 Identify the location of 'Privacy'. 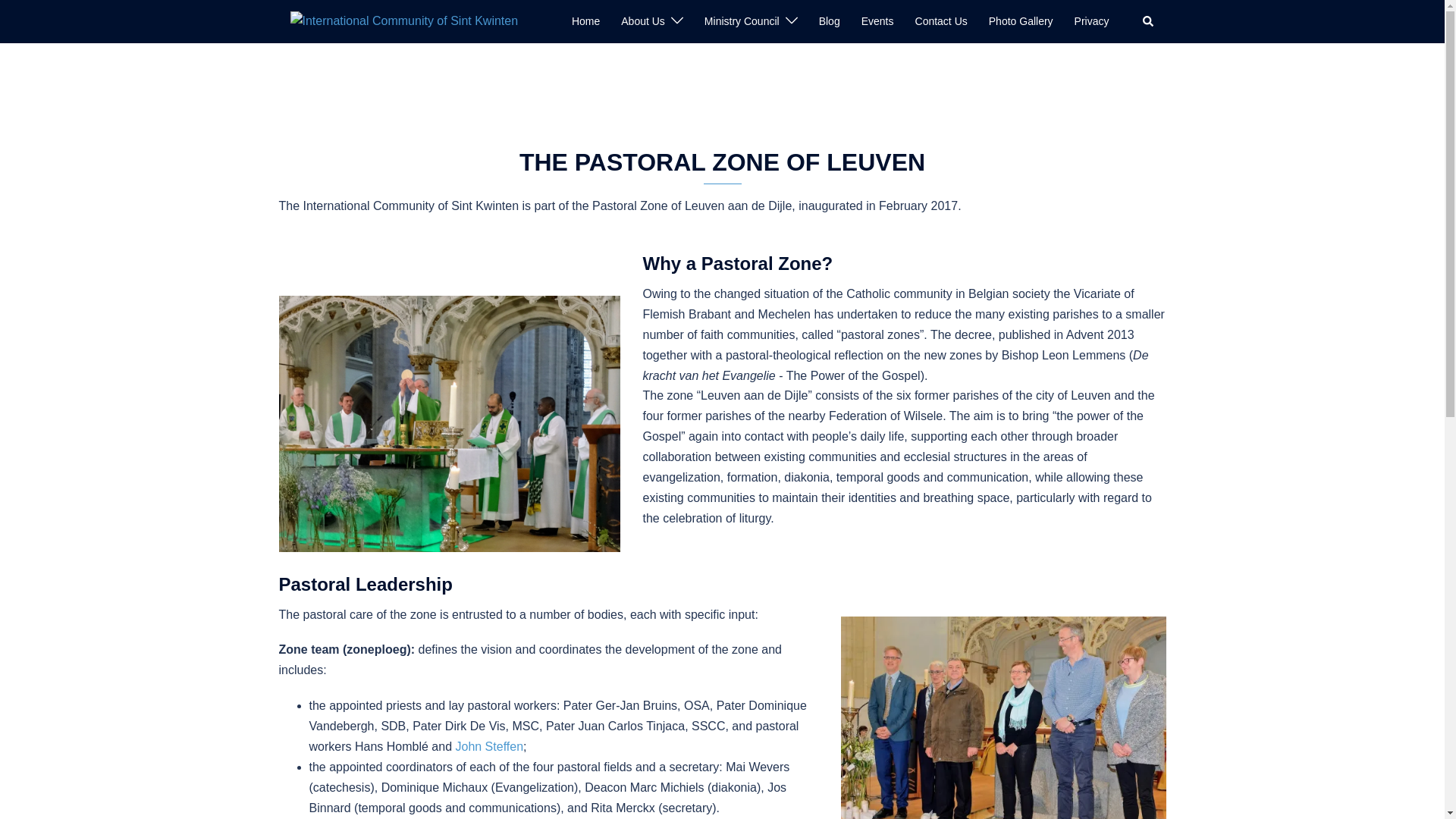
(1073, 22).